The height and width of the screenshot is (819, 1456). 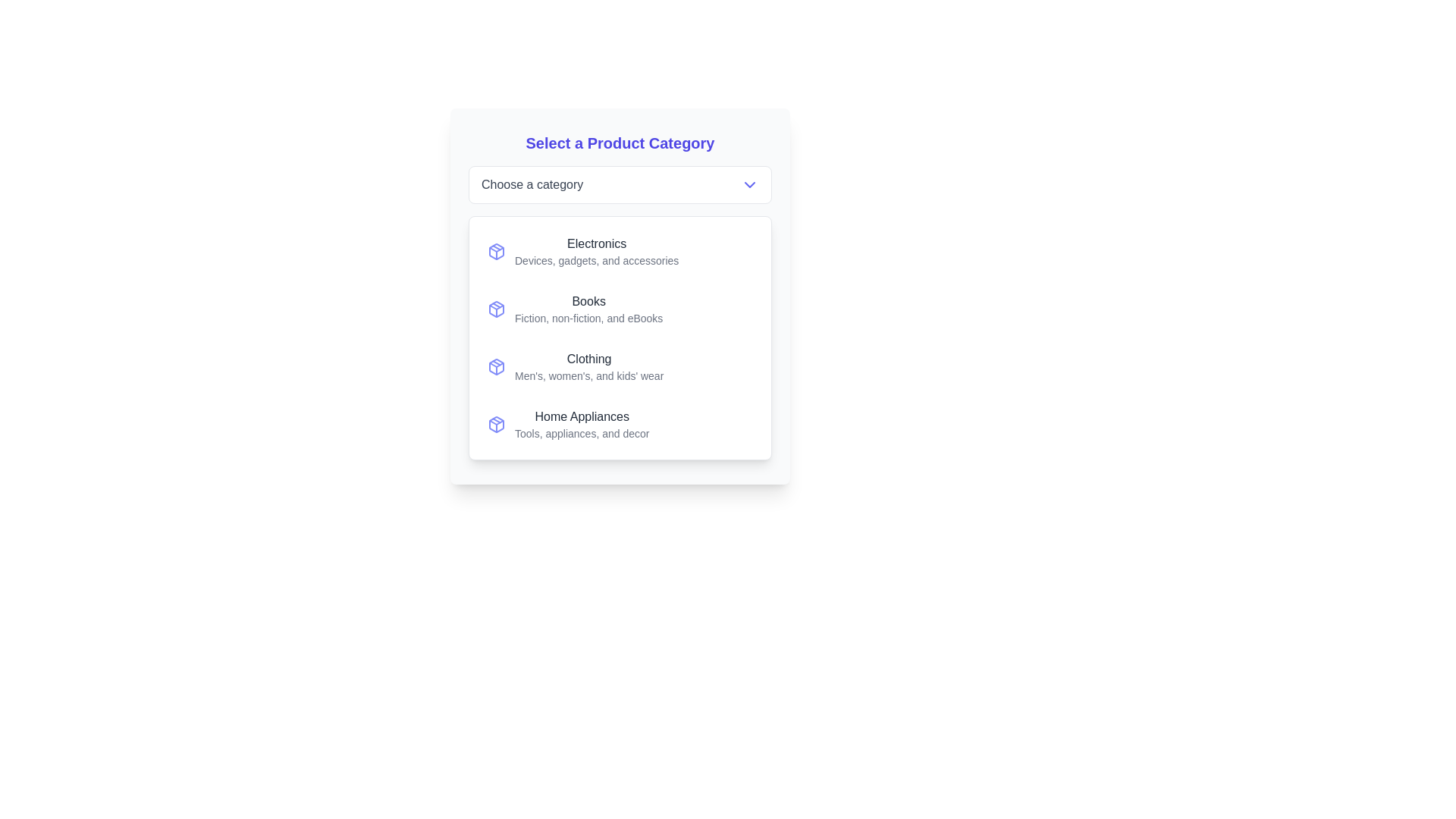 What do you see at coordinates (581, 433) in the screenshot?
I see `text content of the gray-colored Text label that reads 'Tools, appliances, and decor', located below 'Home Appliances' in the product category selection panel` at bounding box center [581, 433].